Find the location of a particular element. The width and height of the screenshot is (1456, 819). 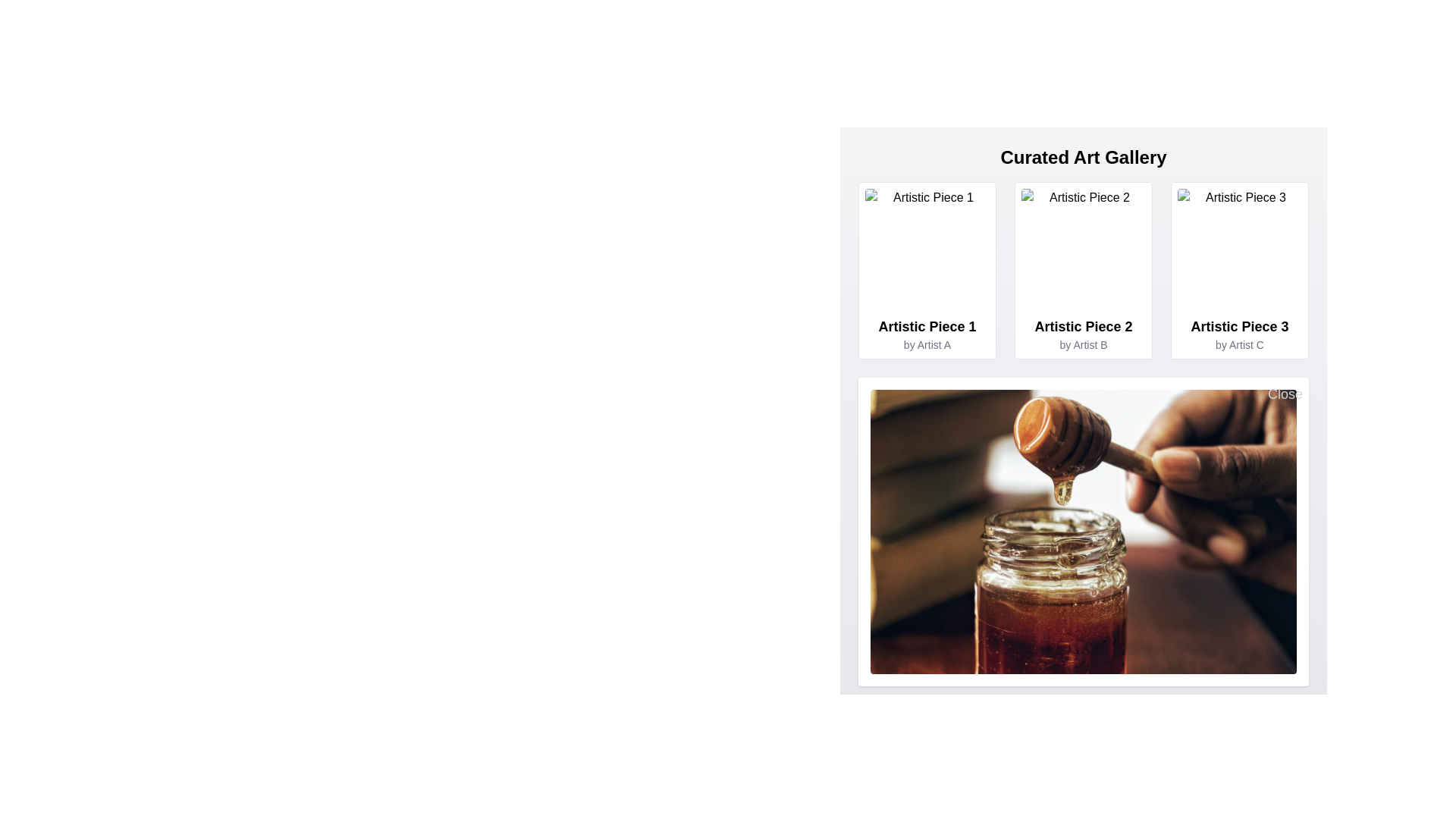

the title text display for a piece of art in the gallery, located at the center column, above the artist's name is located at coordinates (1083, 326).